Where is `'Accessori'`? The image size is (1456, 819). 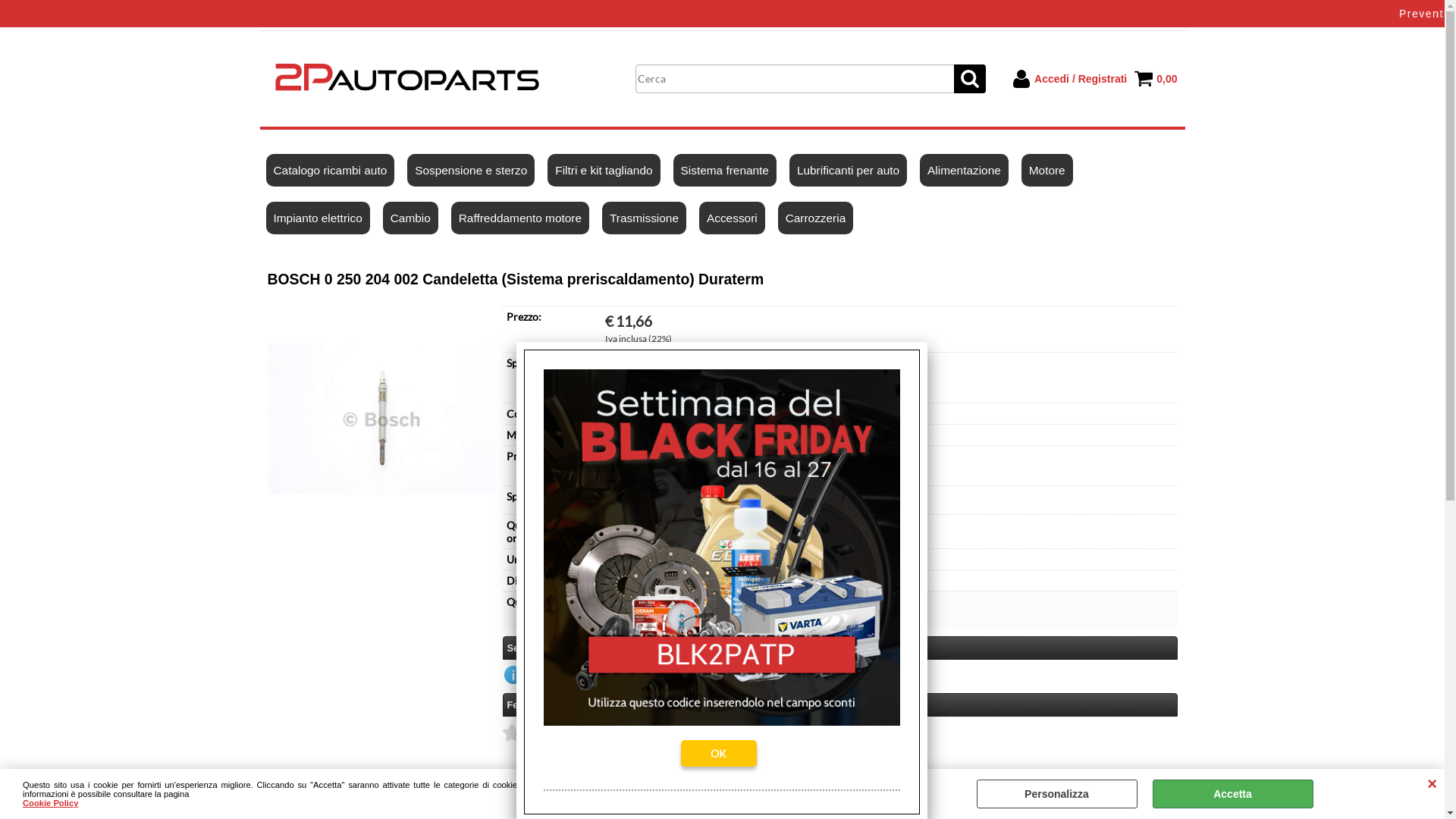 'Accessori' is located at coordinates (732, 218).